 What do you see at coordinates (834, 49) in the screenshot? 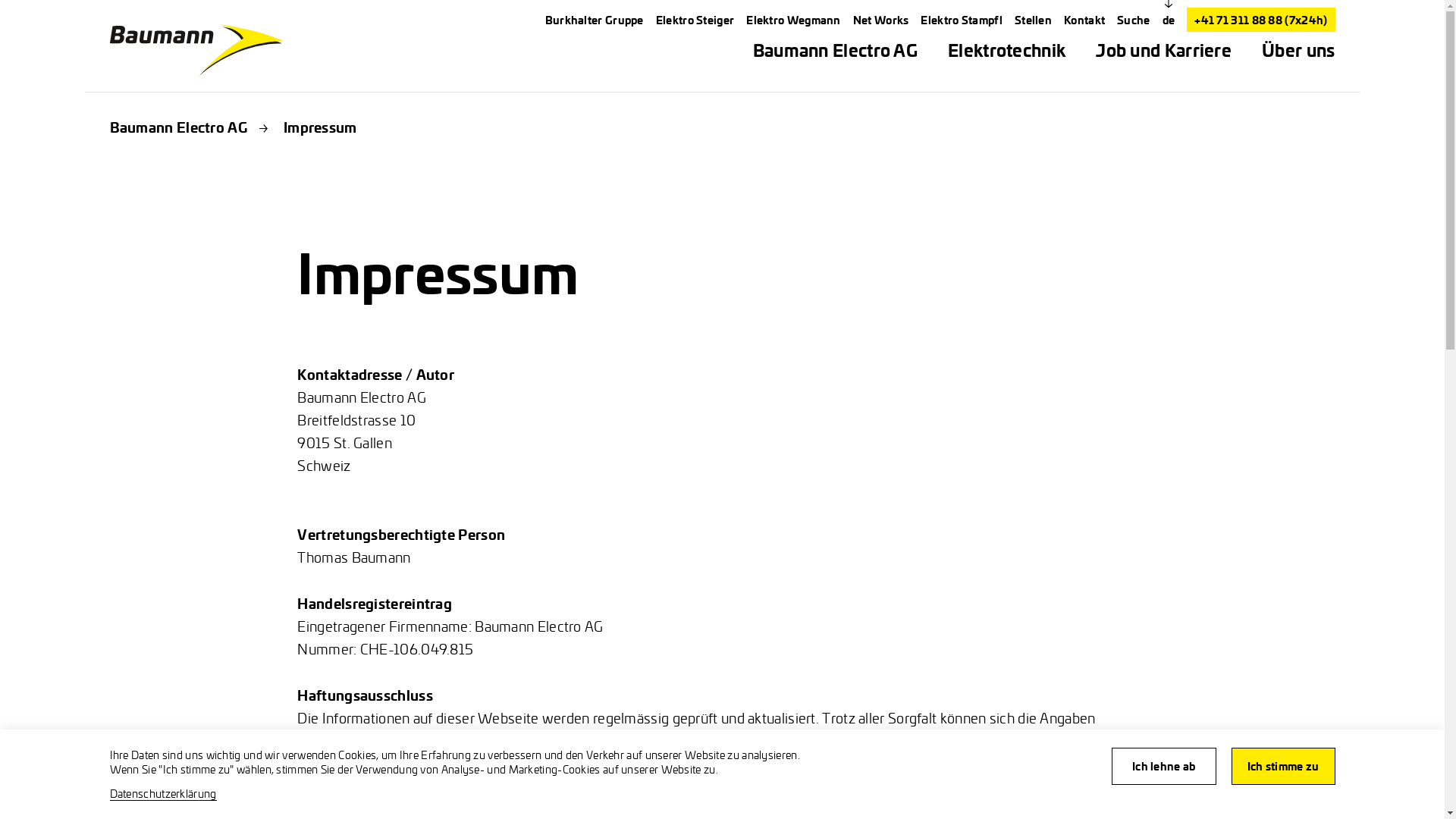
I see `'Baumann Electro AG'` at bounding box center [834, 49].